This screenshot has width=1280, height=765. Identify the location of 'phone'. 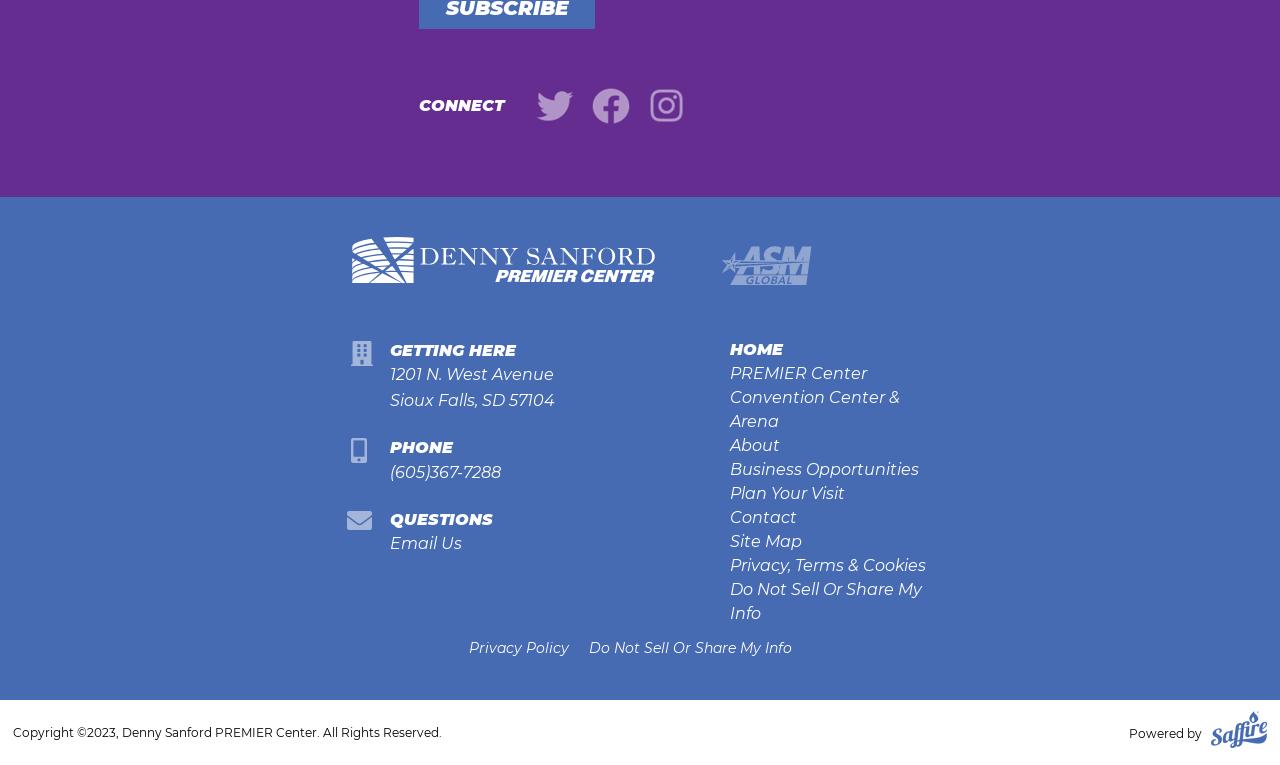
(419, 446).